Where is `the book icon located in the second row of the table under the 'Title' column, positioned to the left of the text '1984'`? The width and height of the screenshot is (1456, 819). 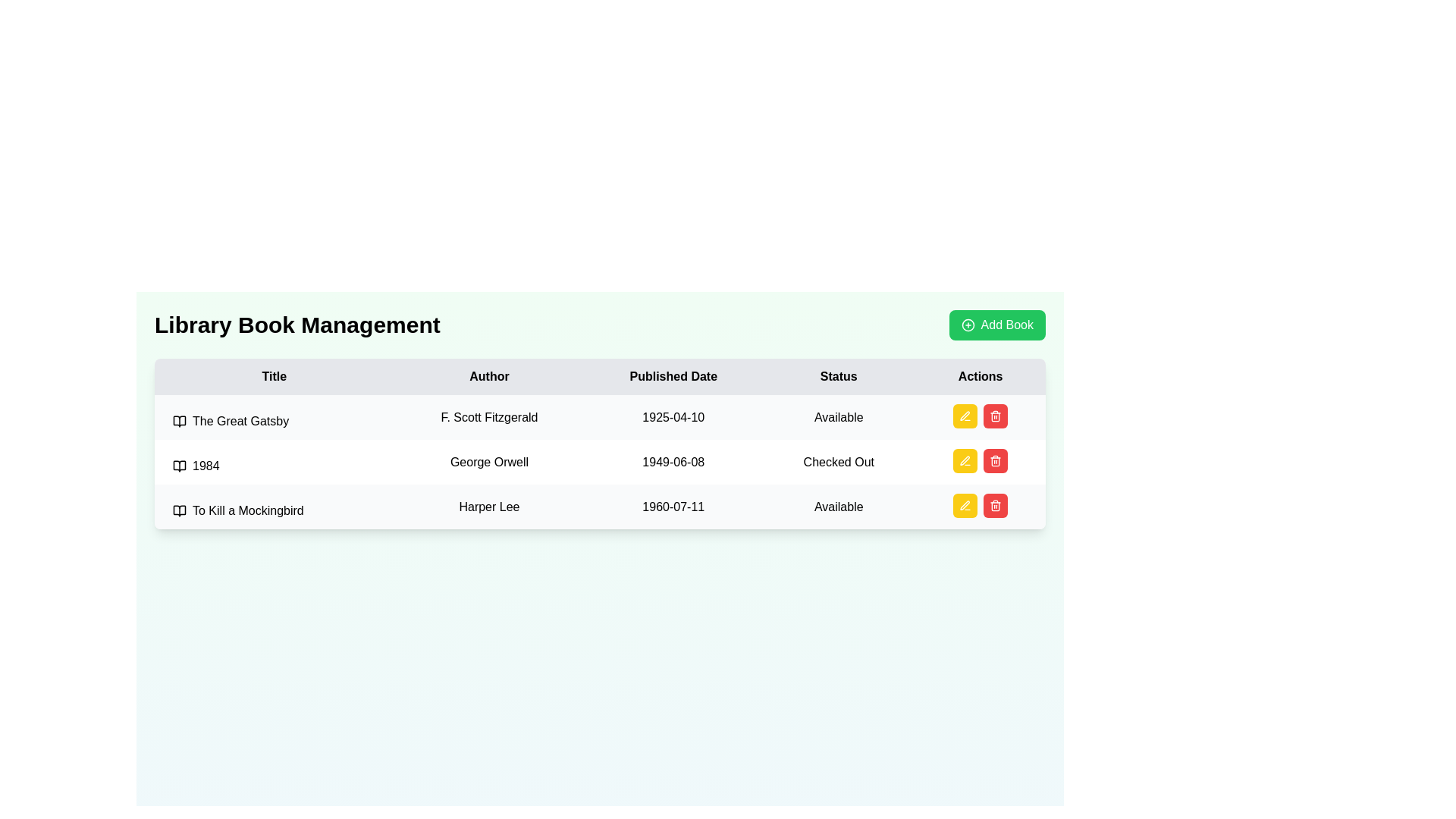
the book icon located in the second row of the table under the 'Title' column, positioned to the left of the text '1984' is located at coordinates (179, 465).